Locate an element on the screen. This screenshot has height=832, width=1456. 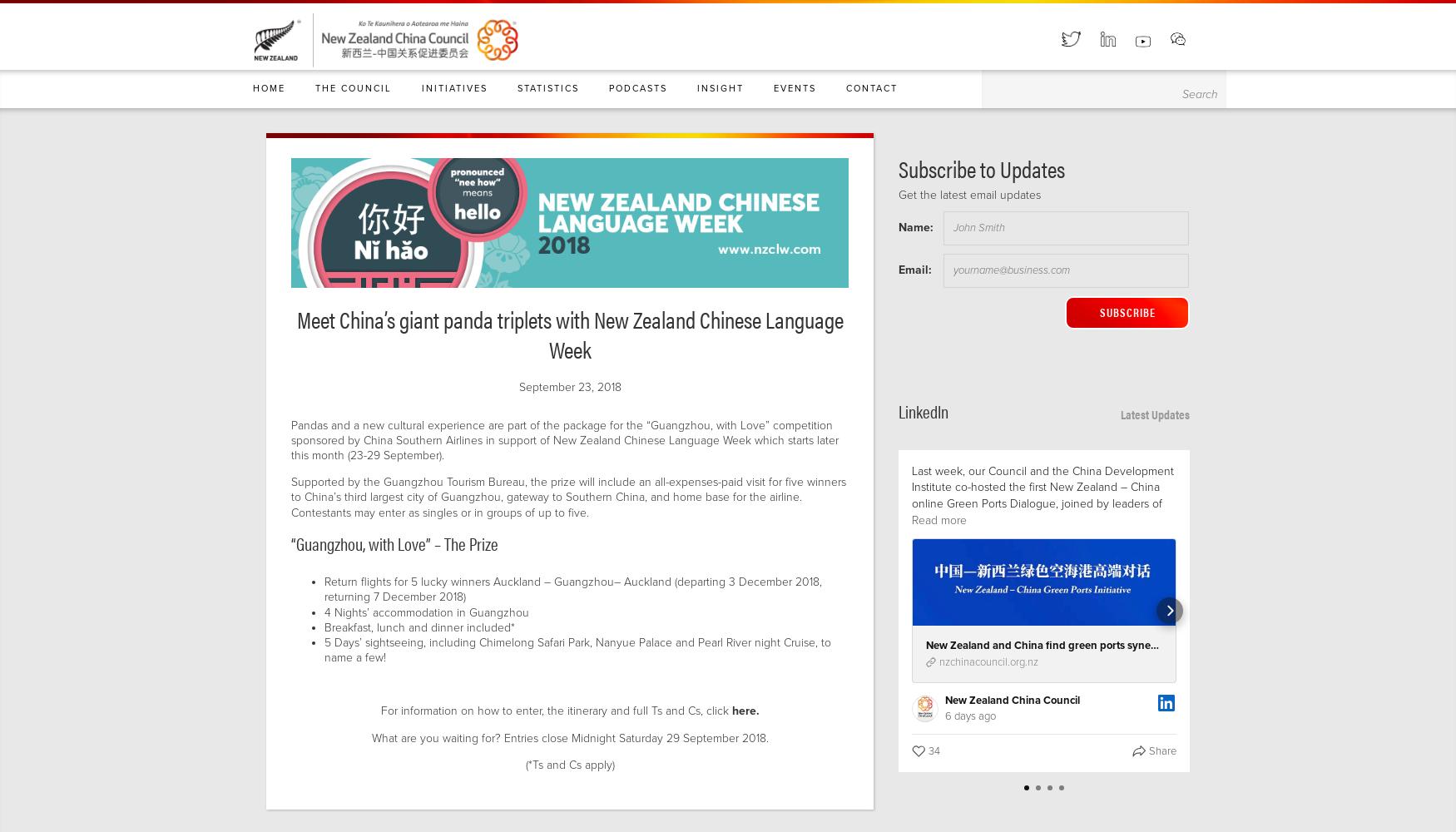
'Contact' is located at coordinates (871, 87).